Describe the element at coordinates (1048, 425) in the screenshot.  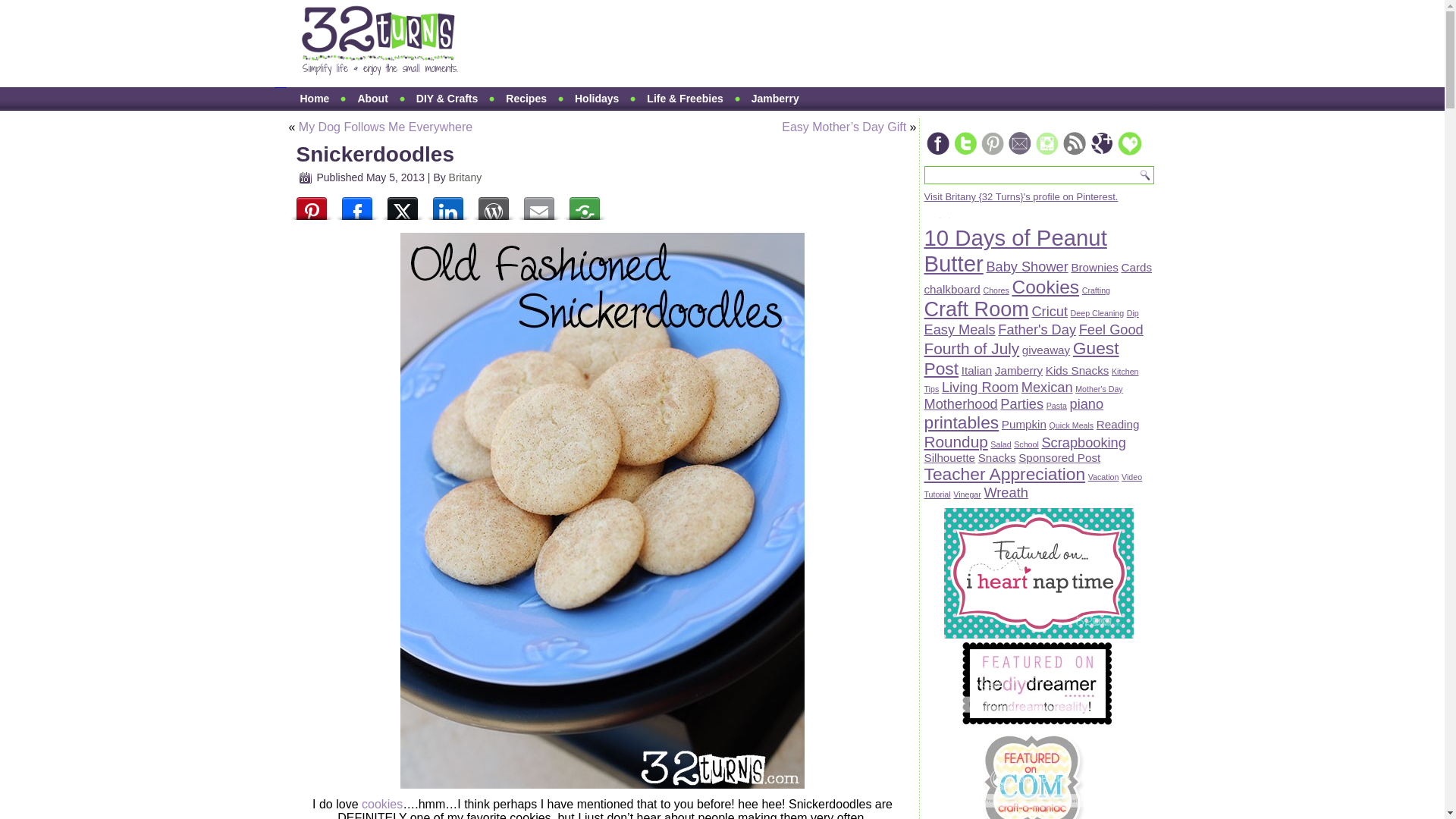
I see `'Quick Meals'` at that location.